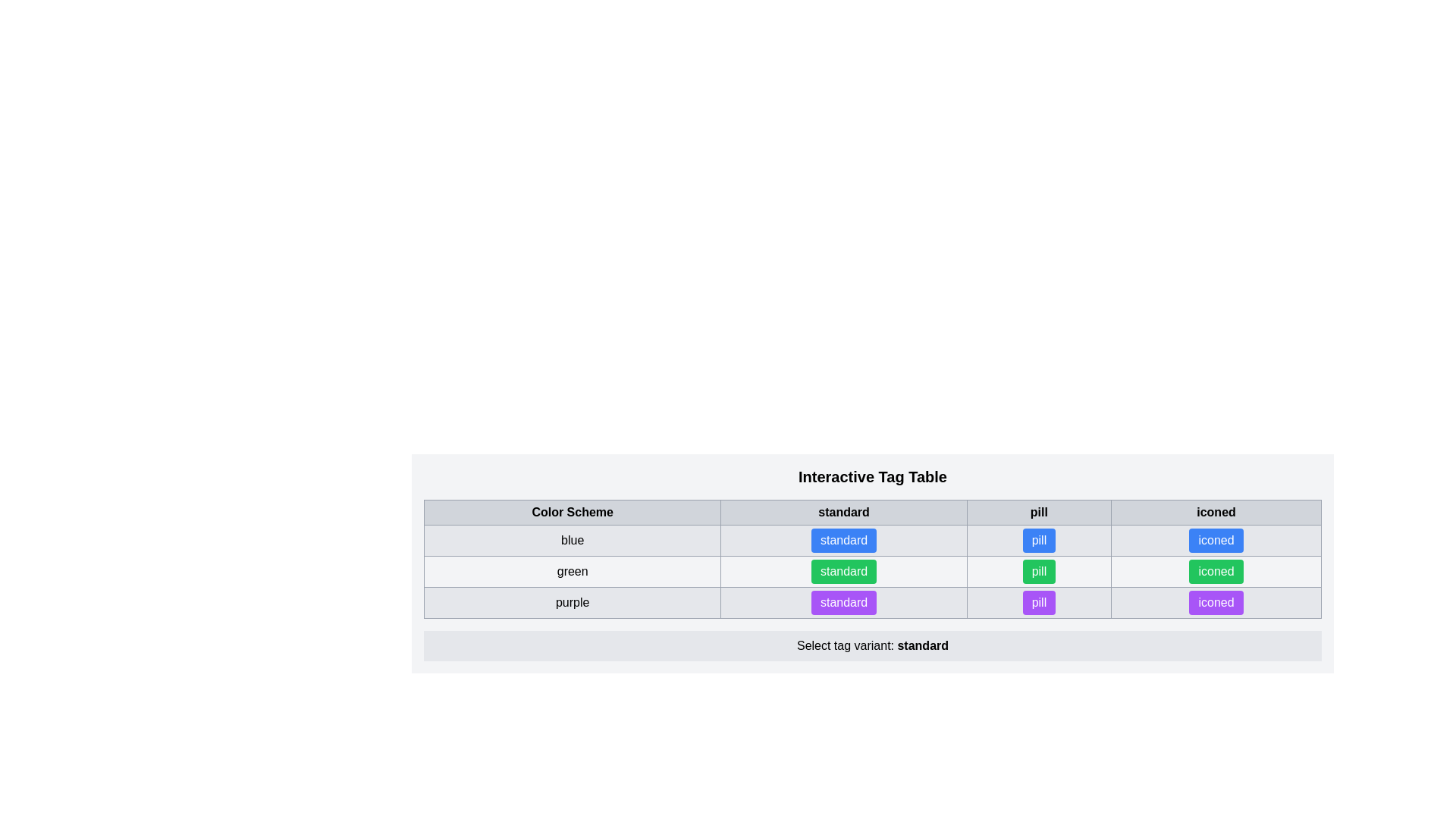 This screenshot has width=1456, height=819. I want to click on the rectangular text cell containing the text 'blue' in the first cell of the second row under the 'Color Scheme' column, so click(572, 540).